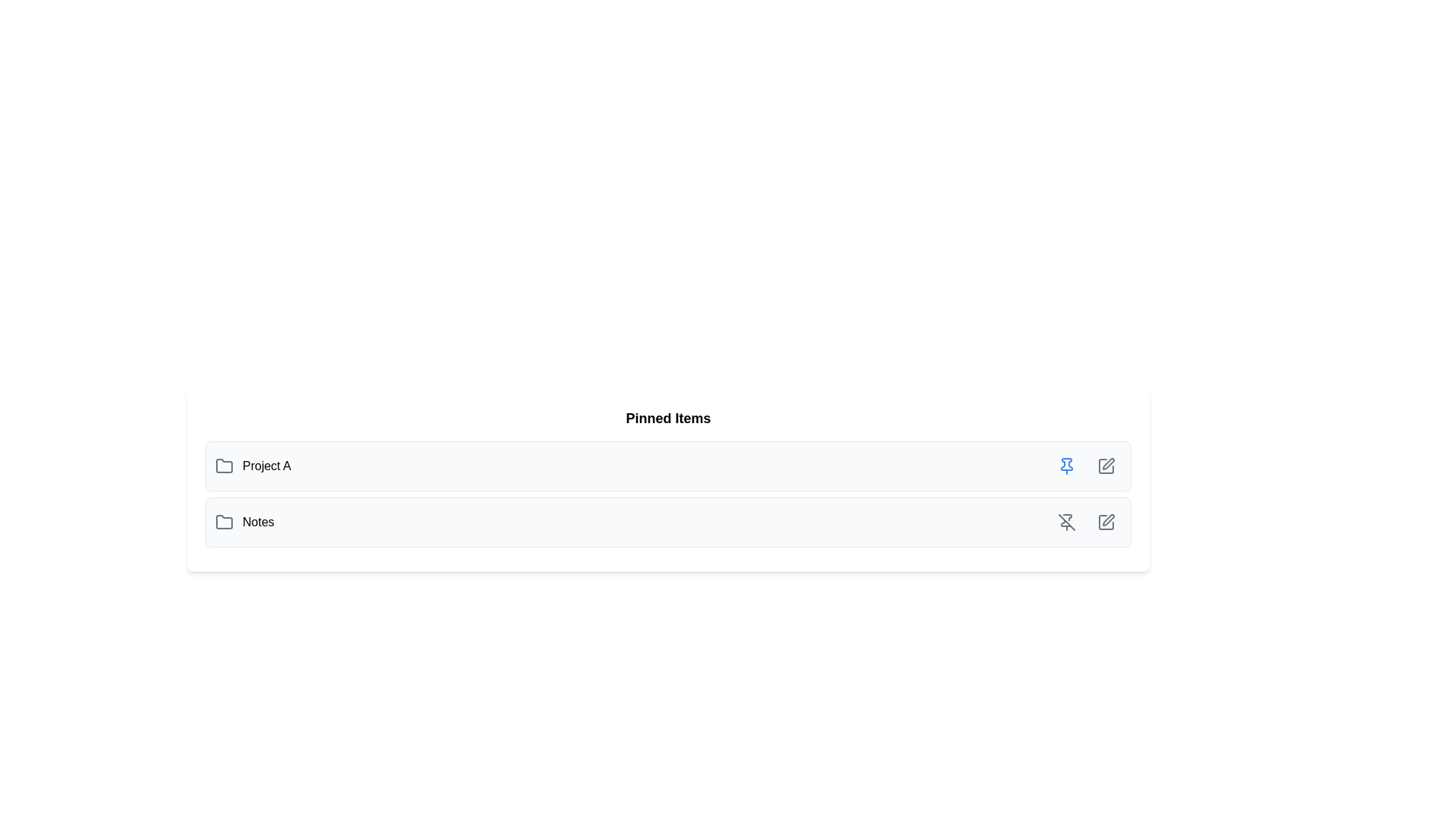 The width and height of the screenshot is (1456, 819). What do you see at coordinates (1065, 465) in the screenshot?
I see `the pin icon located on the right side of the 'Project A' entry in the interface, which allows users to pin or unpin the associated item for priority` at bounding box center [1065, 465].